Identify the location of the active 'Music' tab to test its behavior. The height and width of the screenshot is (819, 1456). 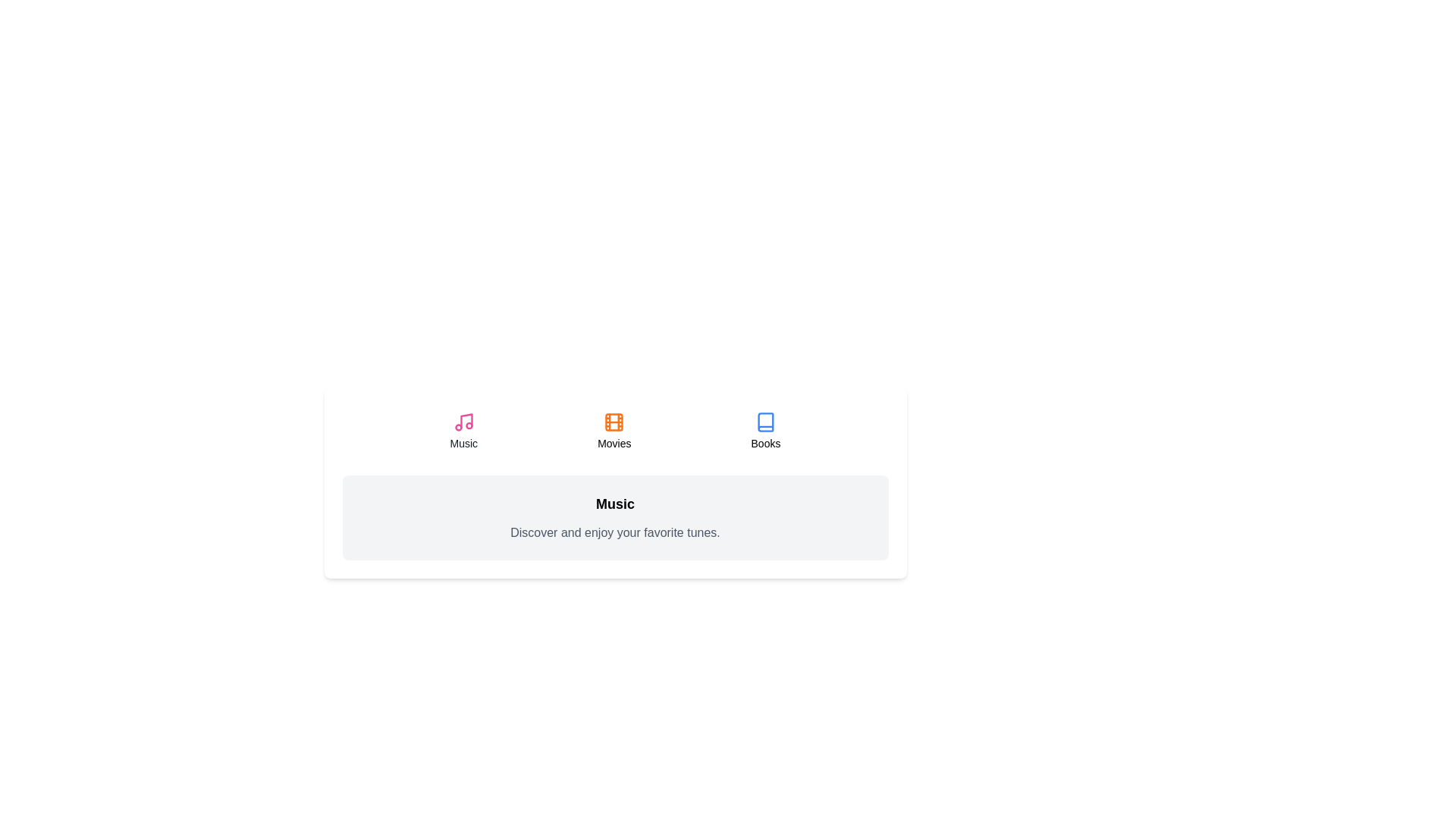
(462, 431).